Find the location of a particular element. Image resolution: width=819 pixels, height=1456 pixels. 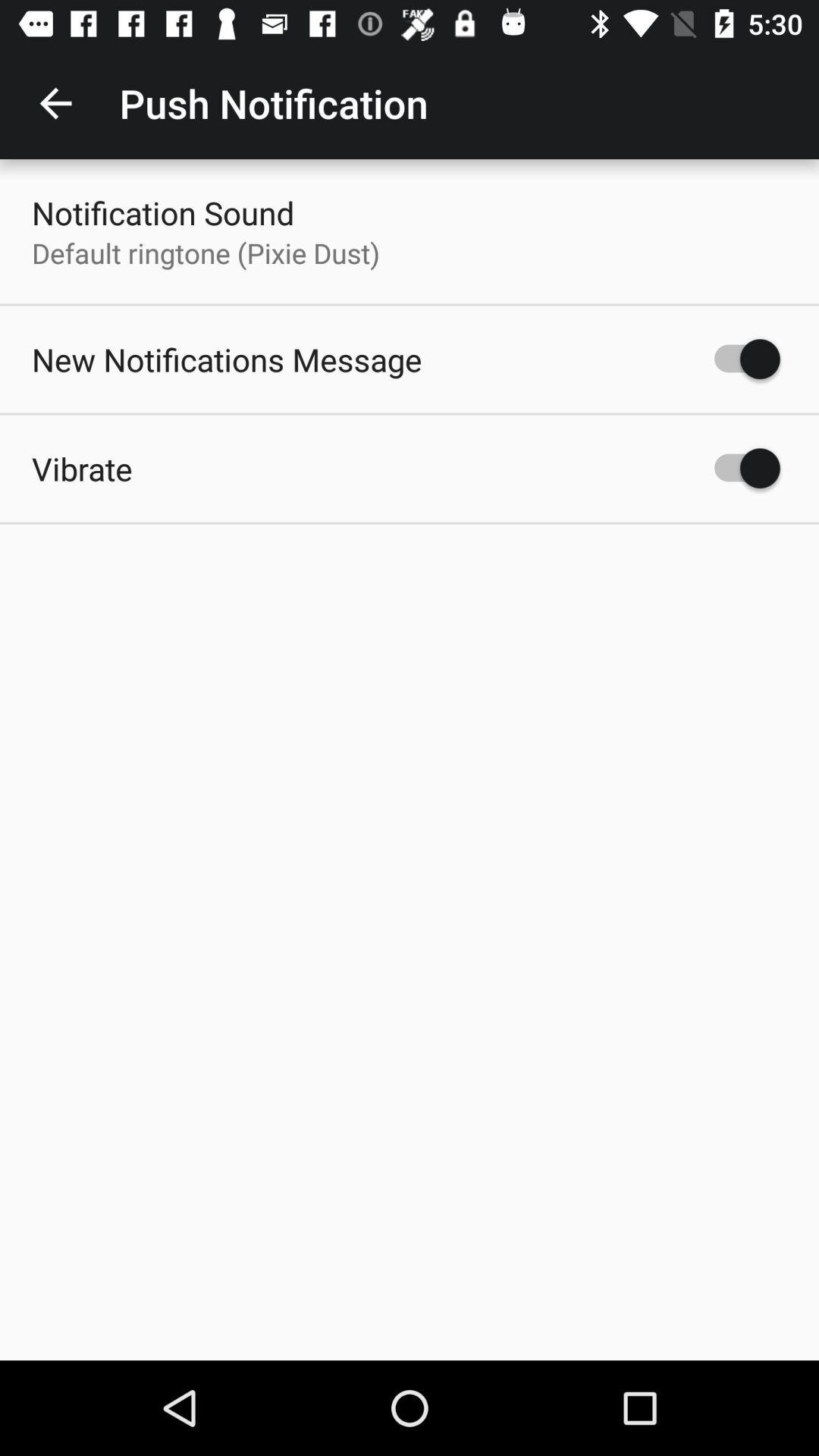

item above new notifications message icon is located at coordinates (206, 253).